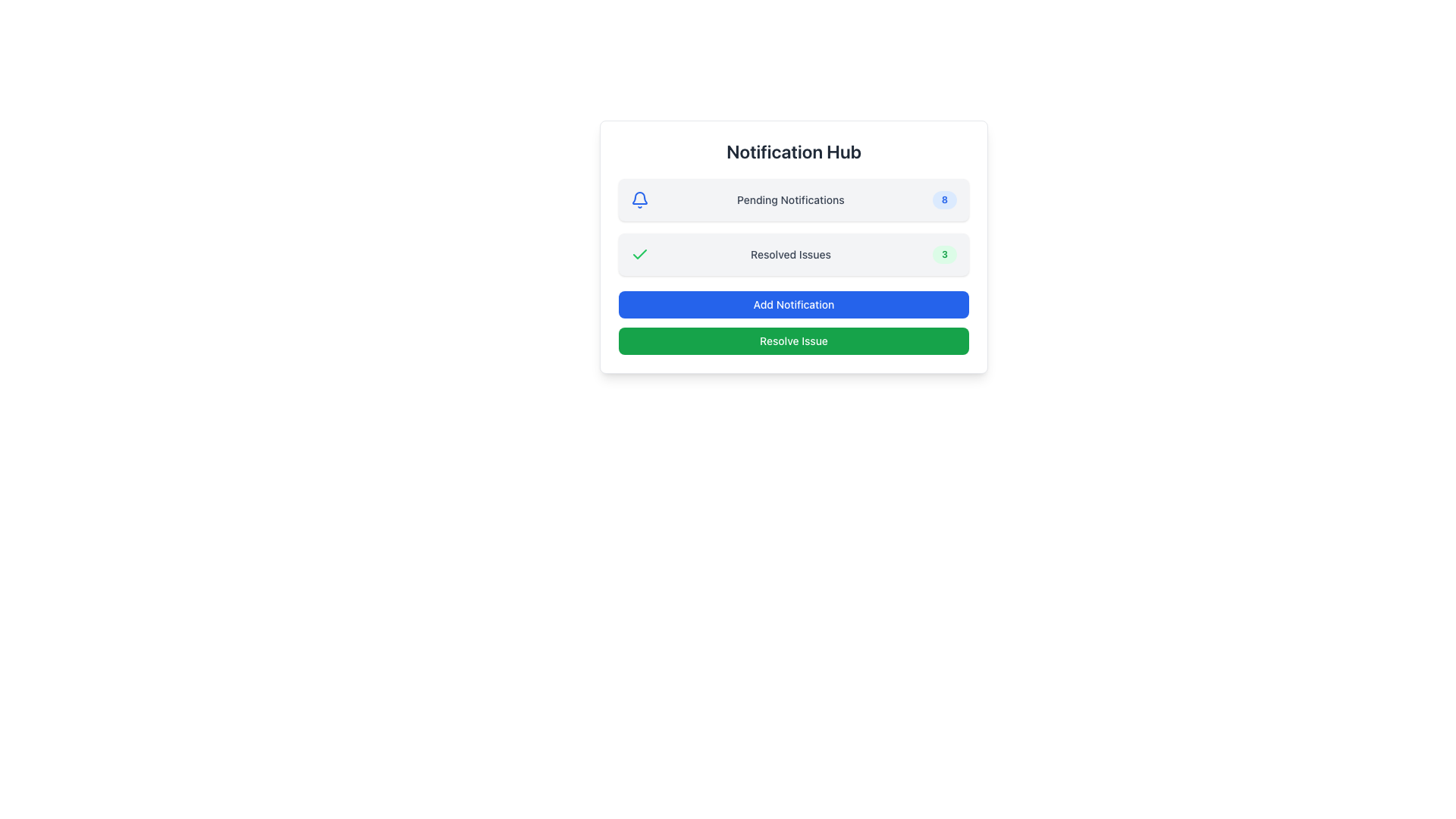  I want to click on the small circular badge with a light green background and bold green text displaying the number '3', located at the top-right corner within the 'Resolved Issues' section, so click(943, 253).